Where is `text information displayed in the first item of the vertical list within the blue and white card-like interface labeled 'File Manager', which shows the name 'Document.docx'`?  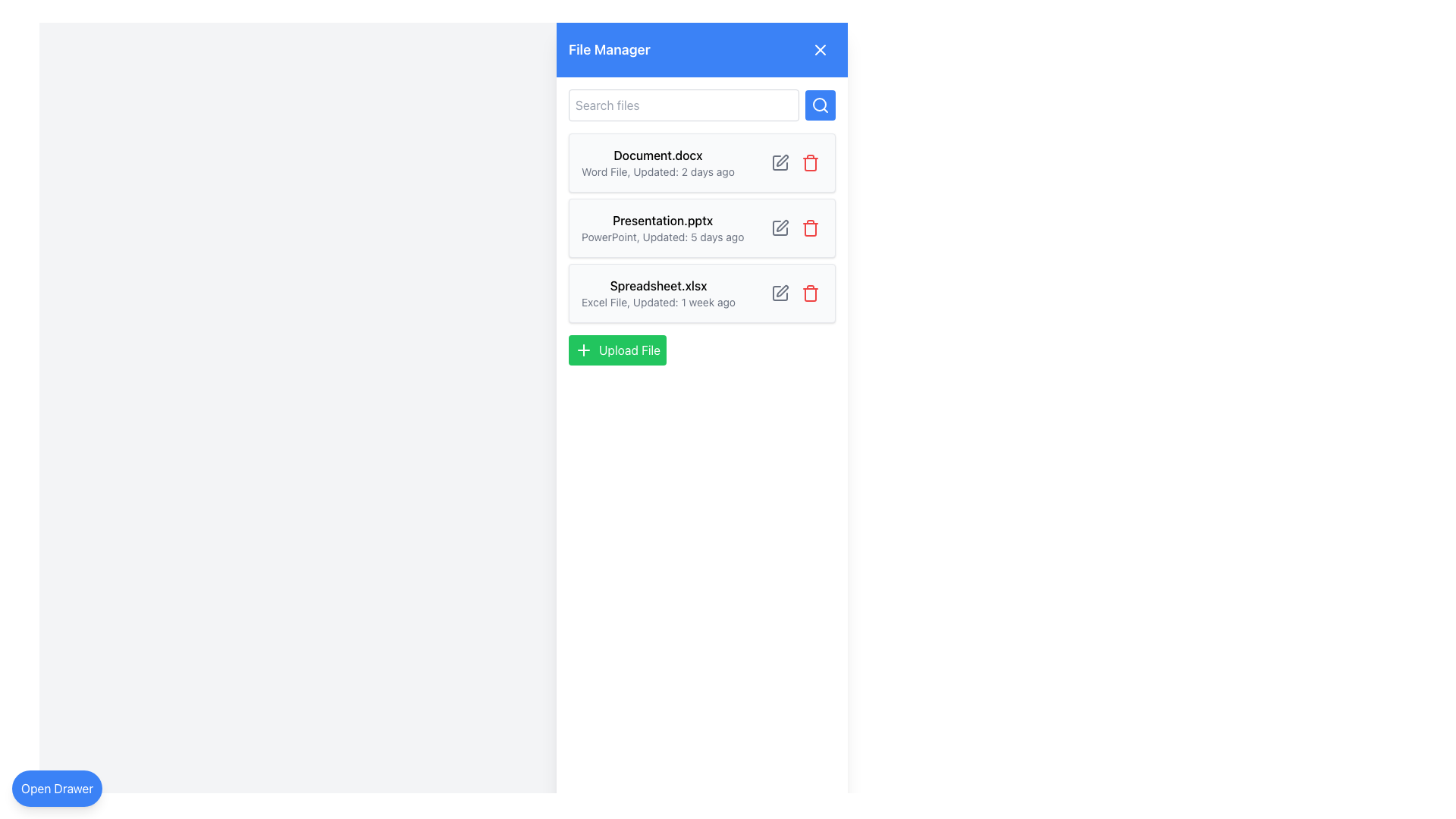 text information displayed in the first item of the vertical list within the blue and white card-like interface labeled 'File Manager', which shows the name 'Document.docx' is located at coordinates (658, 163).